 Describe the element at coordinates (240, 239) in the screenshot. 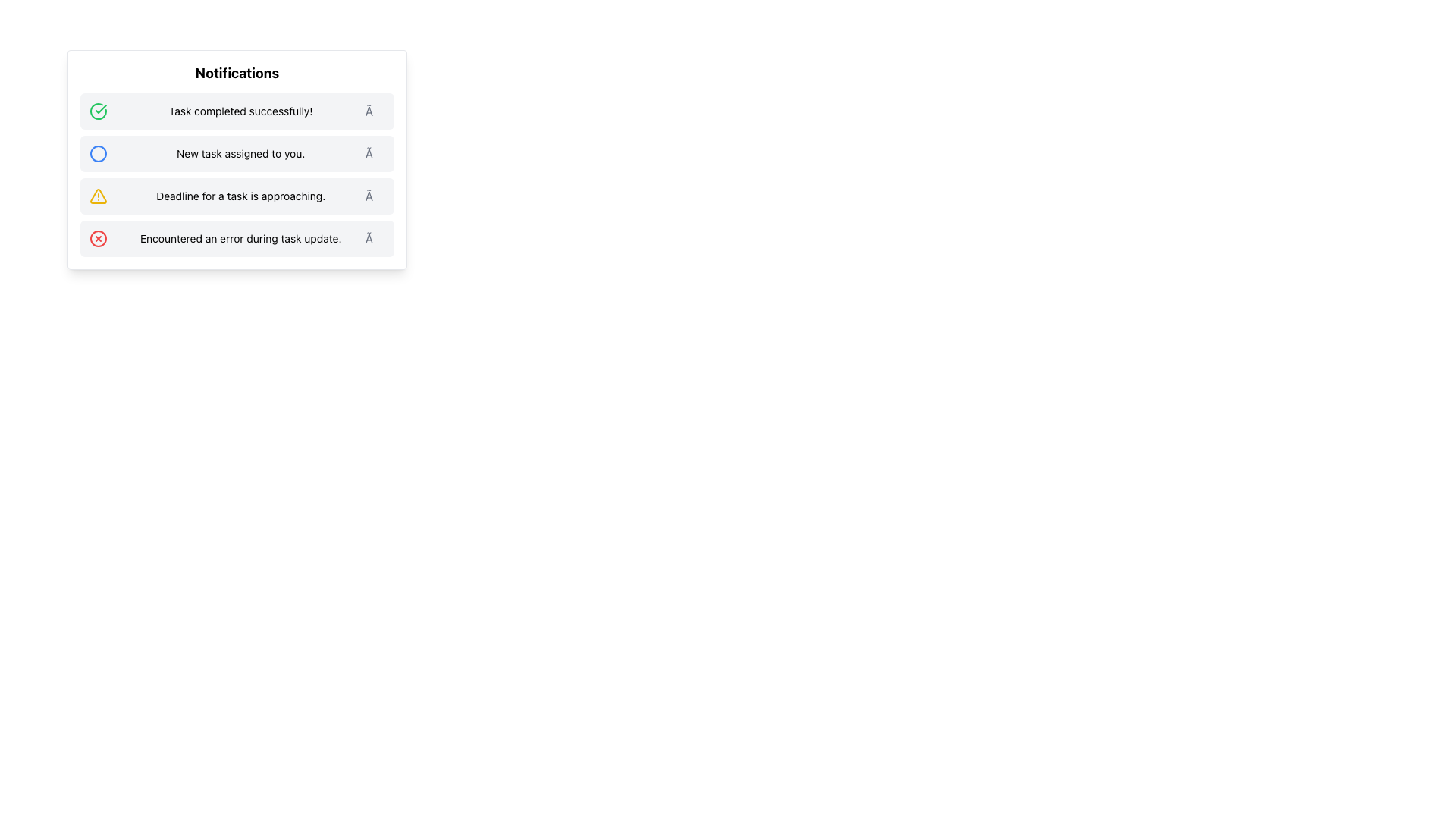

I see `the static text label displaying 'Encountered an error during task update.' located in the notification block at the bottom row of notifications` at that location.